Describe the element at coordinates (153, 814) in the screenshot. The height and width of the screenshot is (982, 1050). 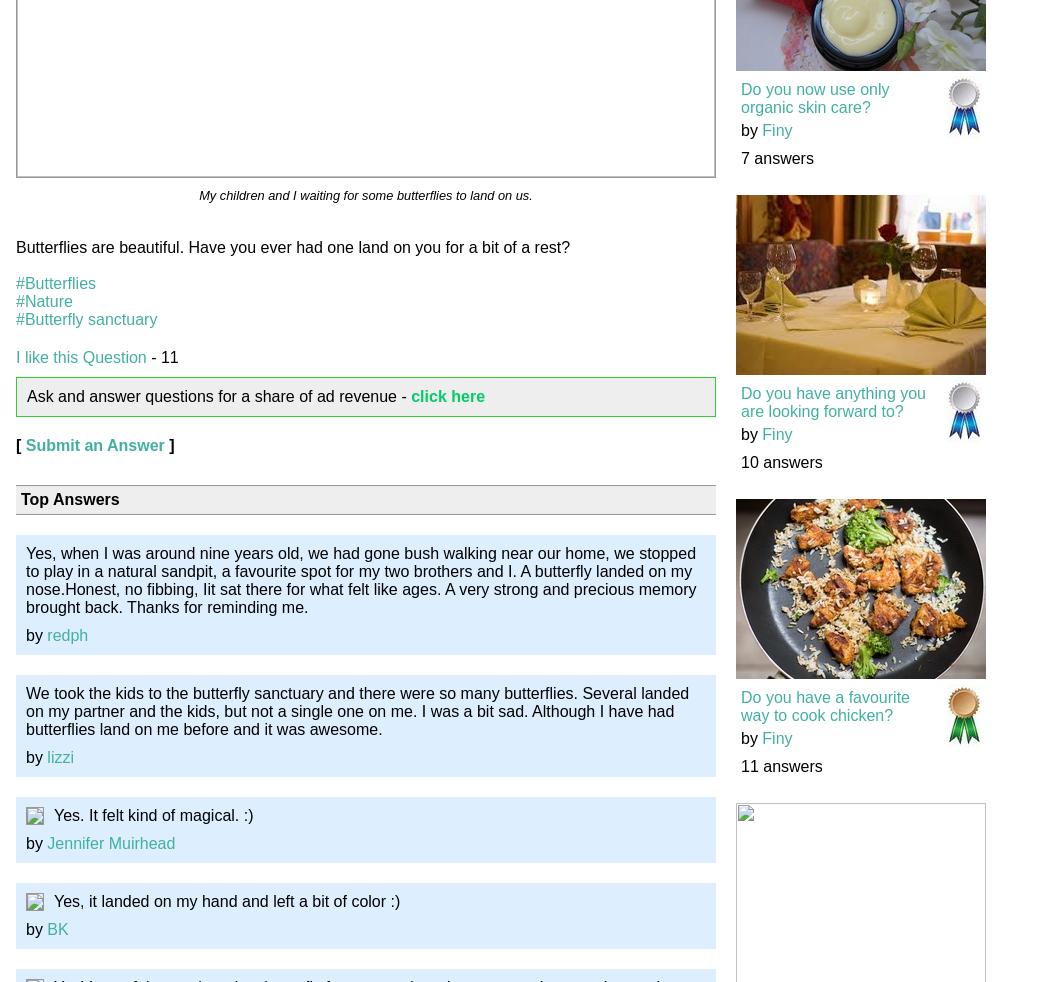
I see `'Yes. It felt kind of magical. :)'` at that location.